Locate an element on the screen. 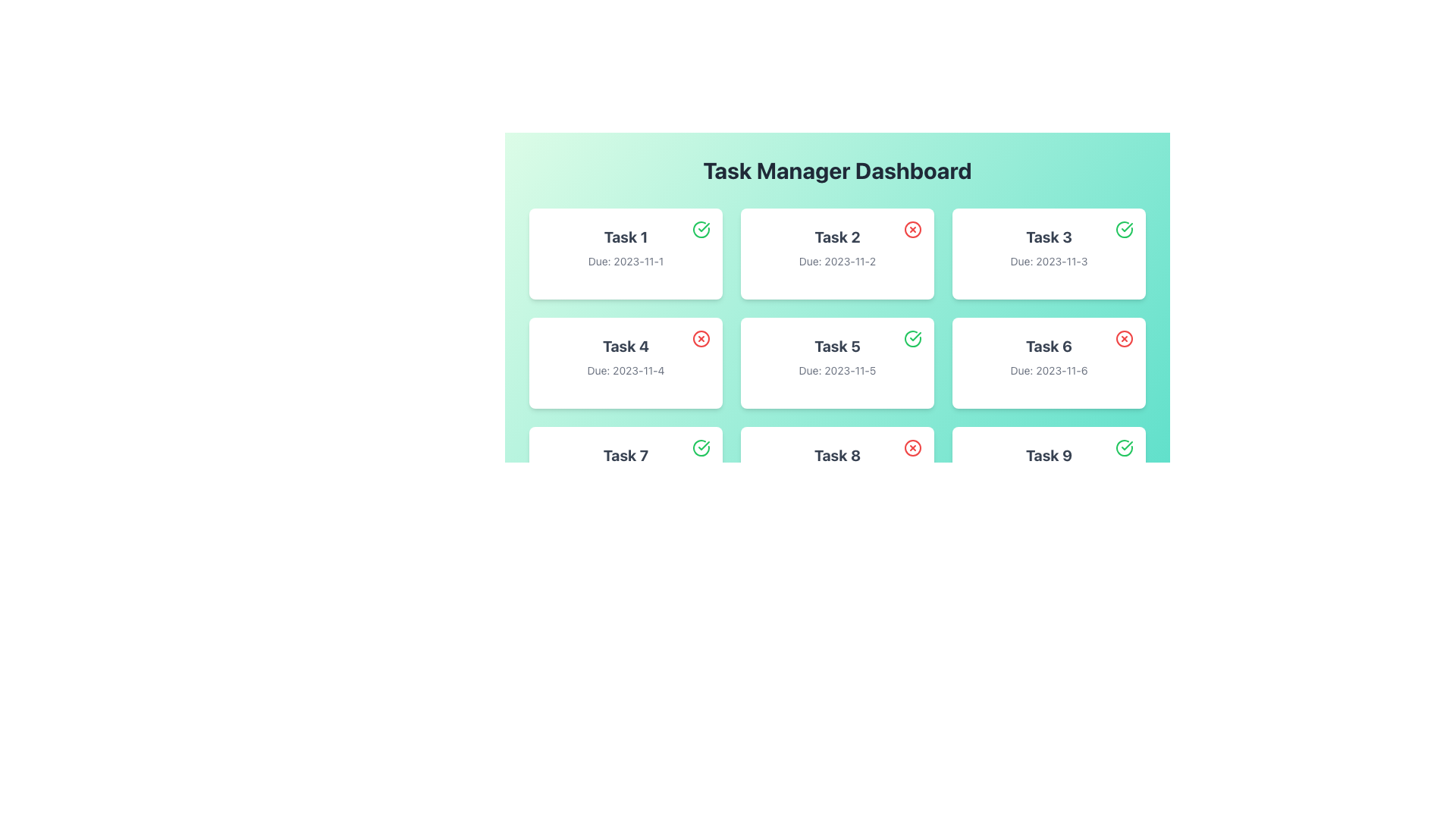 The height and width of the screenshot is (819, 1456). title text at the top center of the dashboard, which provides context to the user about the displayed interface is located at coordinates (836, 170).